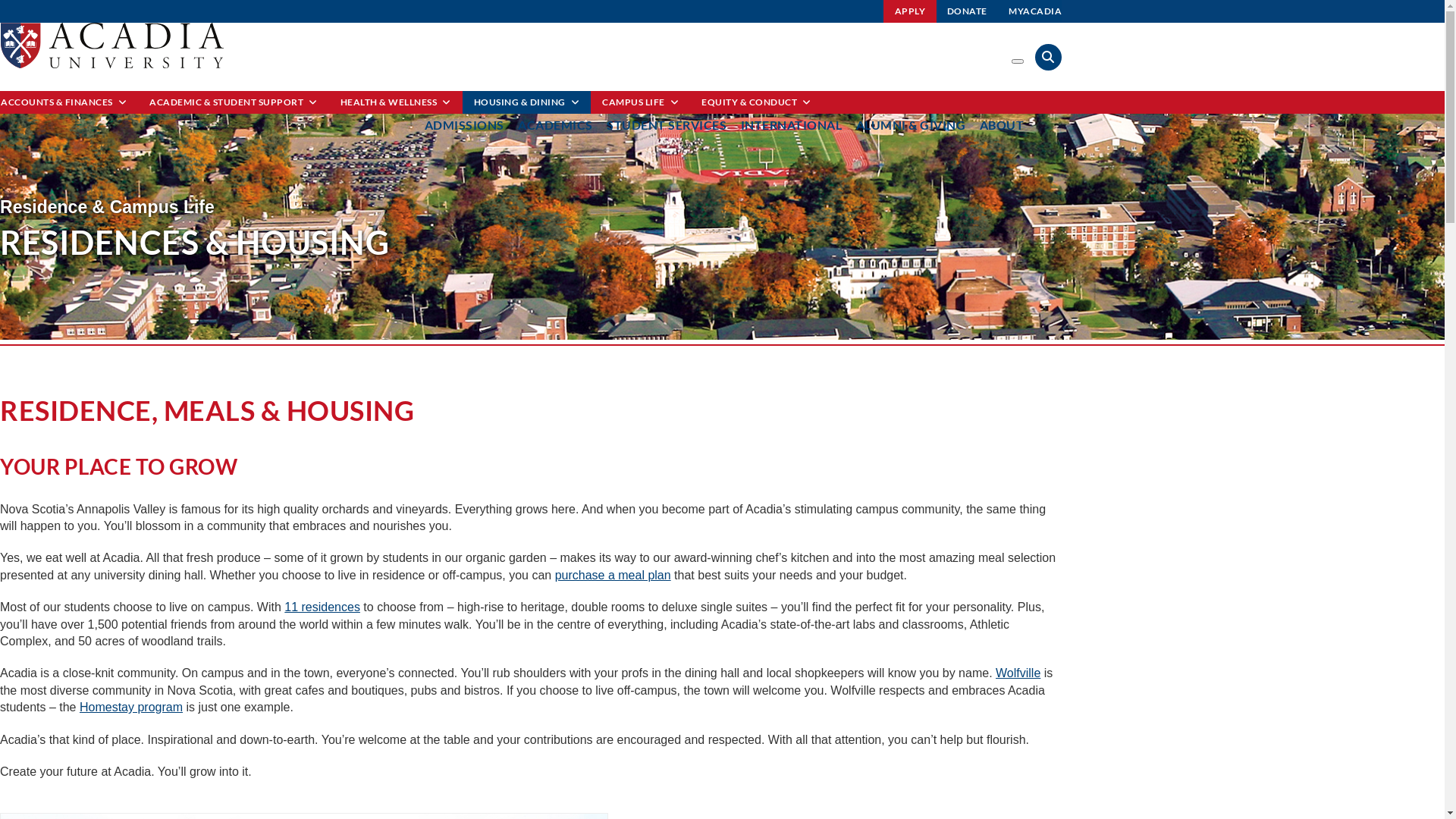 This screenshot has width=1456, height=819. I want to click on 'APPLY', so click(909, 11).